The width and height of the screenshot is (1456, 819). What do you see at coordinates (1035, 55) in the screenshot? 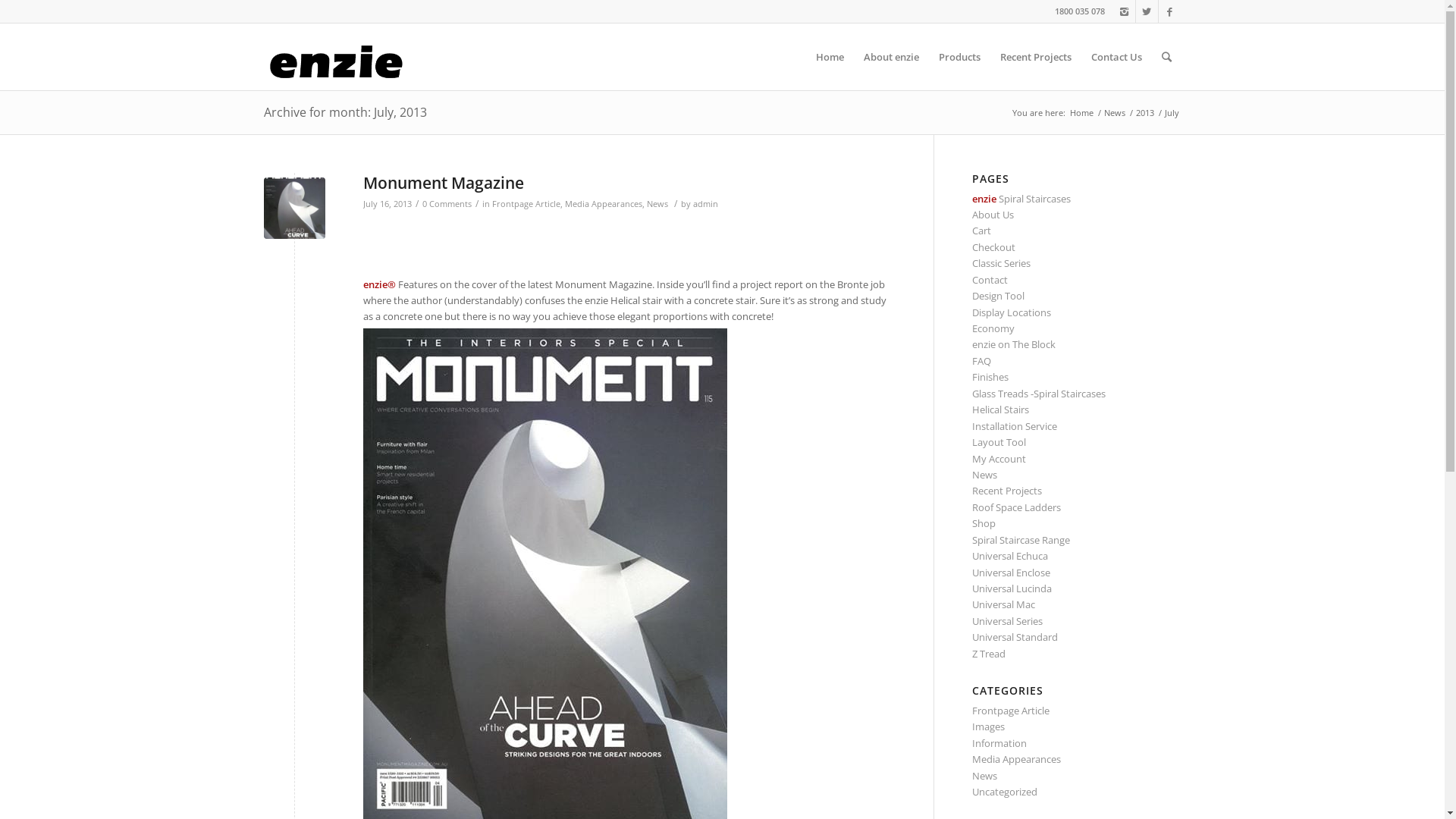
I see `'Recent Projects'` at bounding box center [1035, 55].